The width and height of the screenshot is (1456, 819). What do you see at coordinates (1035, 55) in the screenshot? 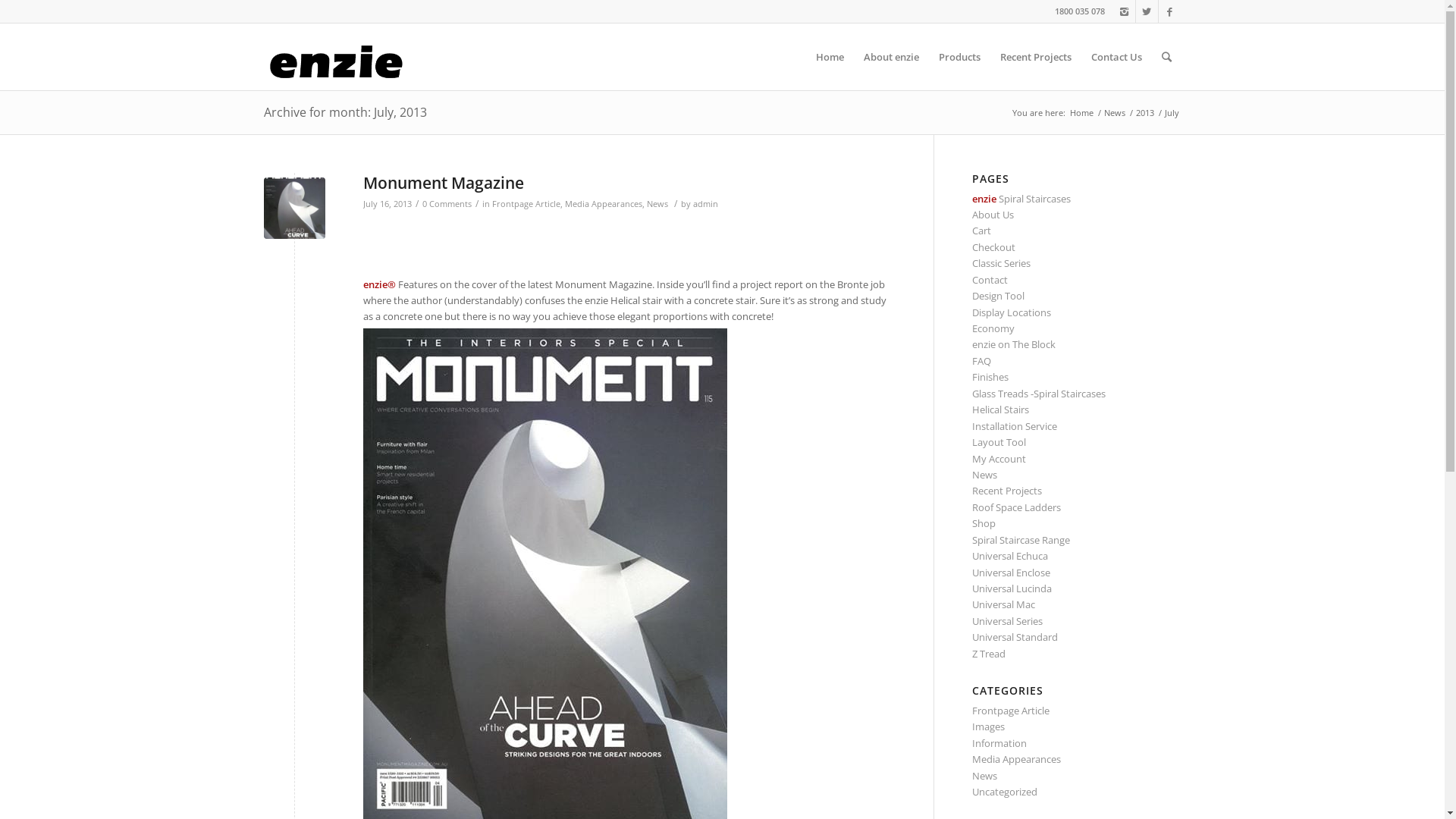
I see `'Recent Projects'` at bounding box center [1035, 55].